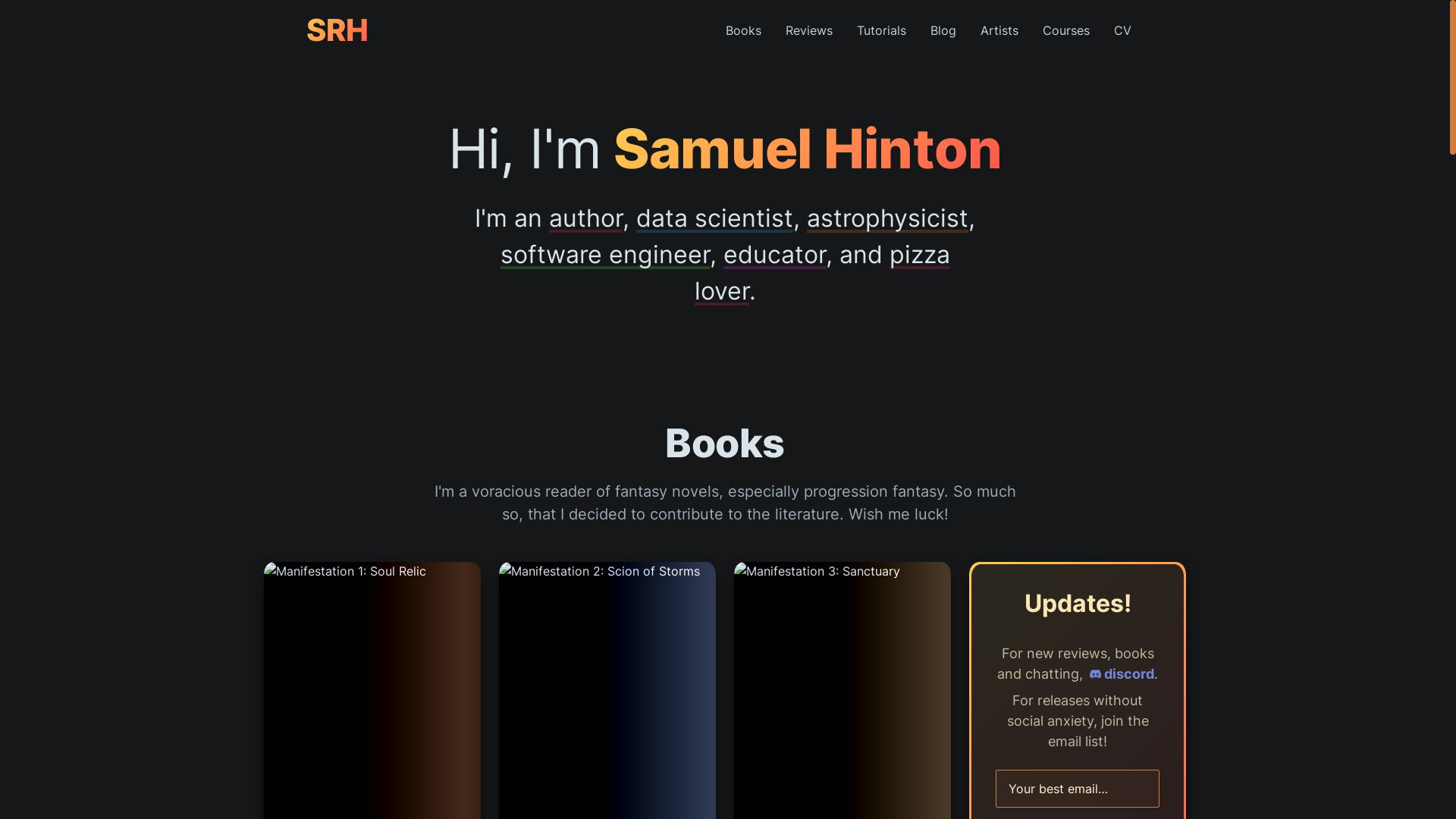 The height and width of the screenshot is (819, 1456). I want to click on 'Books', so click(712, 30).